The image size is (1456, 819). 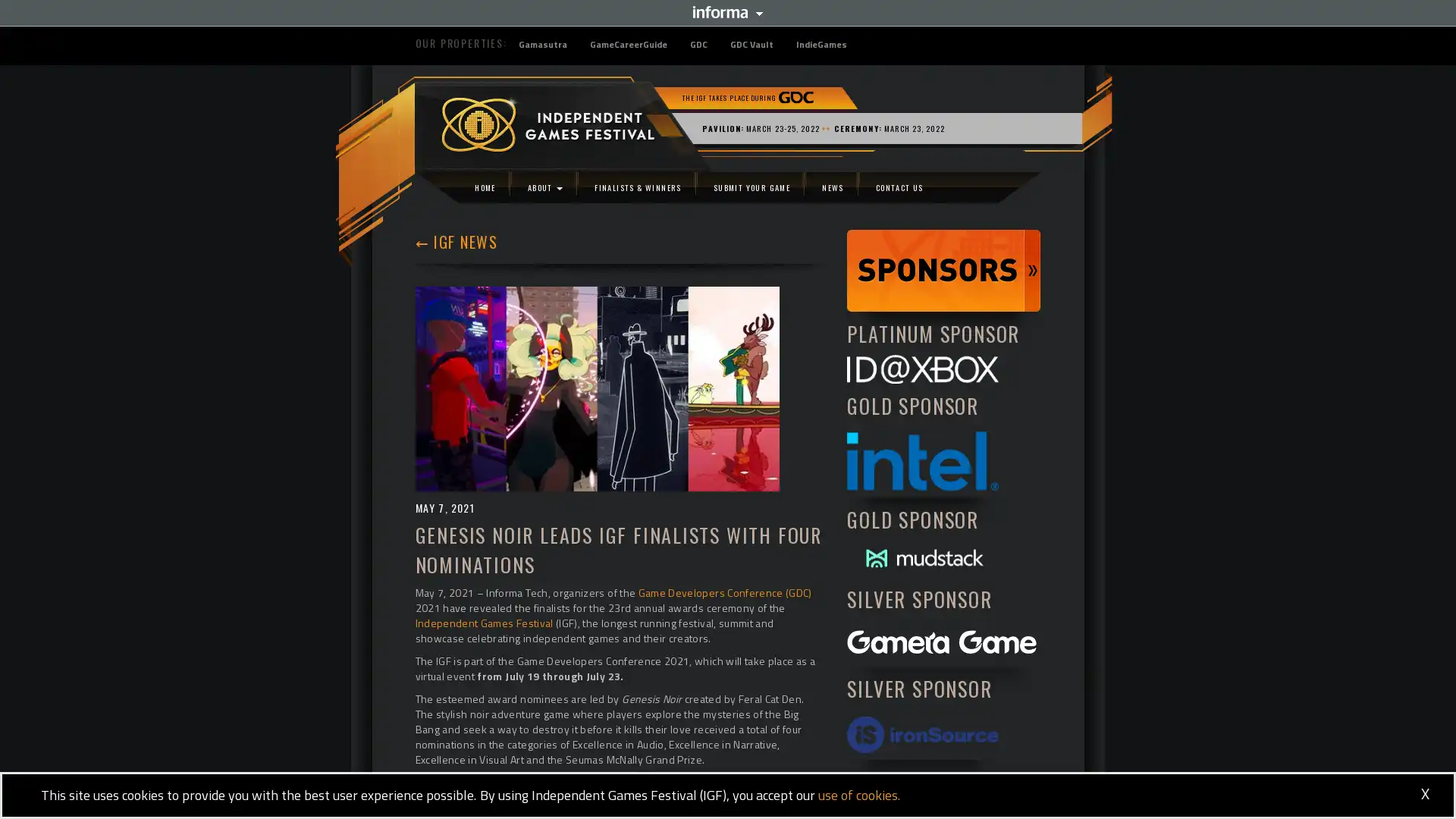 I want to click on Informa, so click(x=728, y=11).